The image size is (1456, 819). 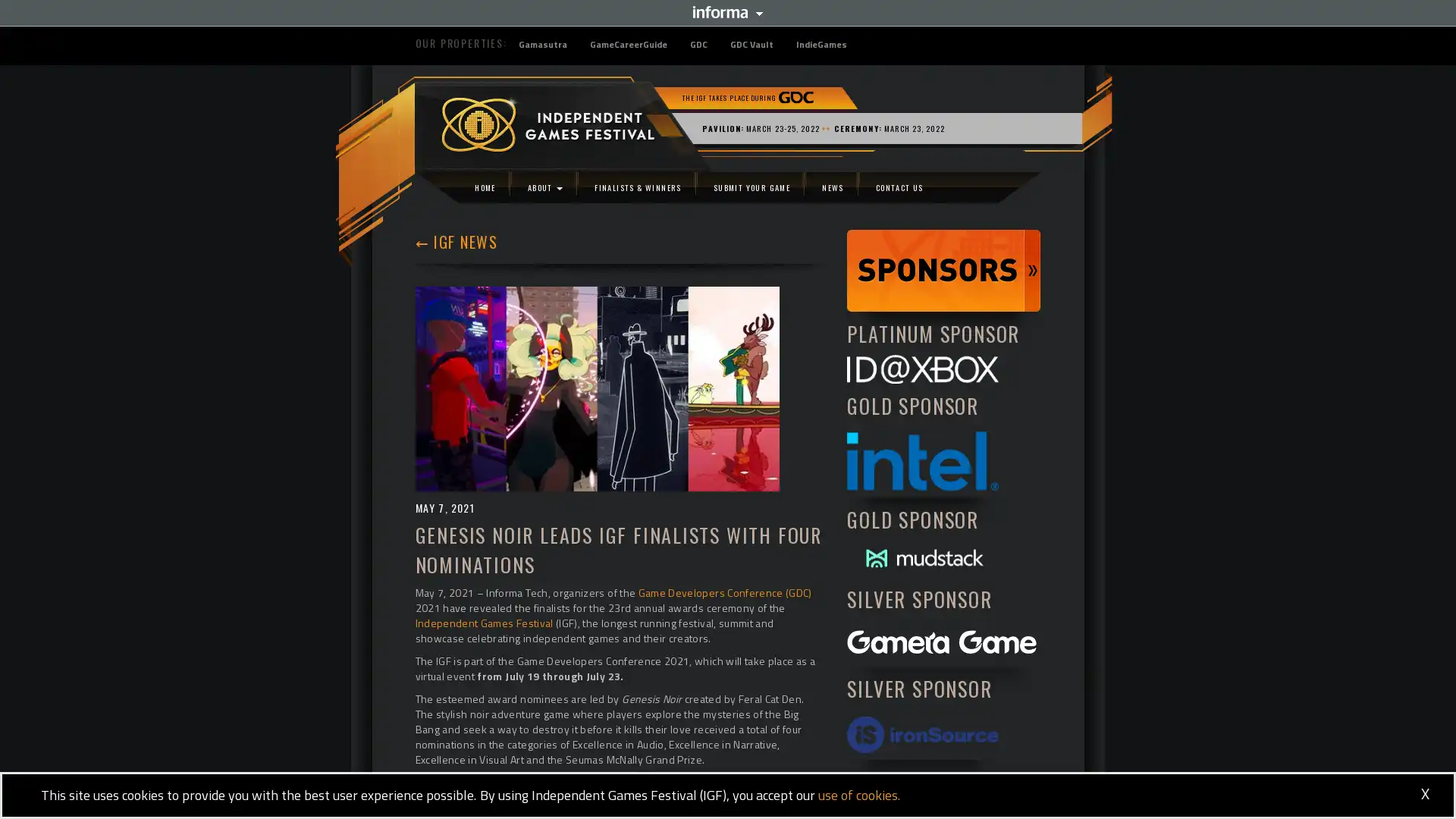 I want to click on Informa, so click(x=728, y=11).